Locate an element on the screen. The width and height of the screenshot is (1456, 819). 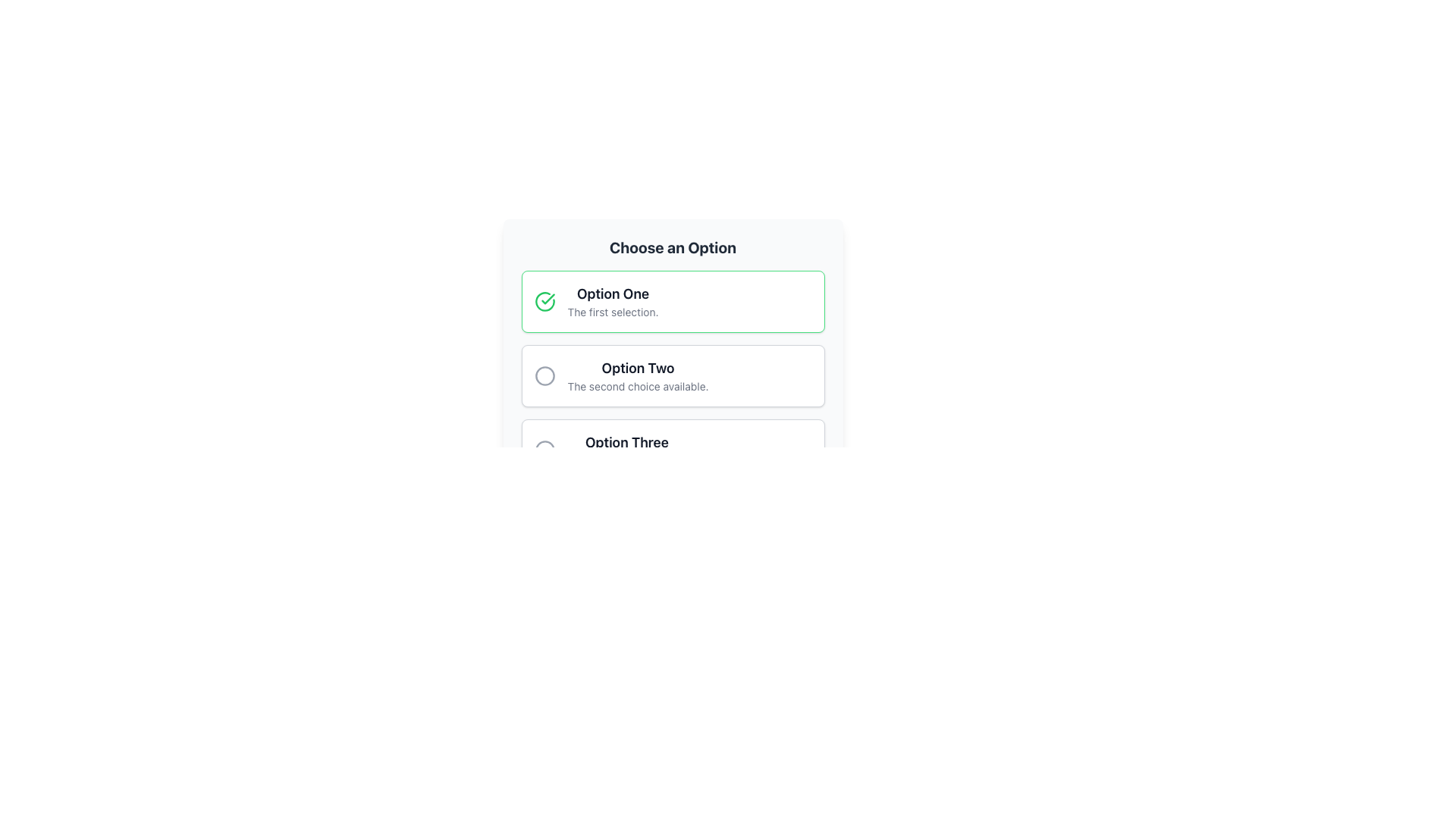
the text element that provides information about the third selectable option in the list is located at coordinates (626, 450).